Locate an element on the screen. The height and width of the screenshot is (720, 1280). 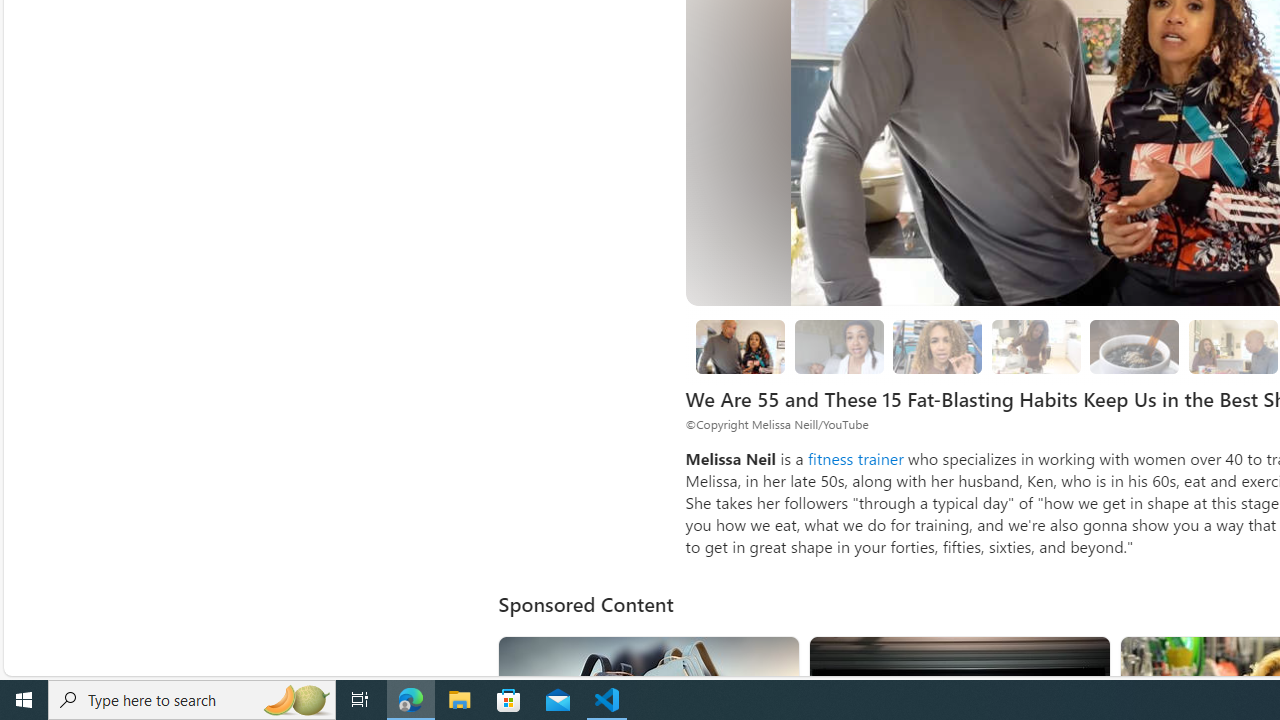
'8 Be Mindful of Coffee' is located at coordinates (1134, 346).